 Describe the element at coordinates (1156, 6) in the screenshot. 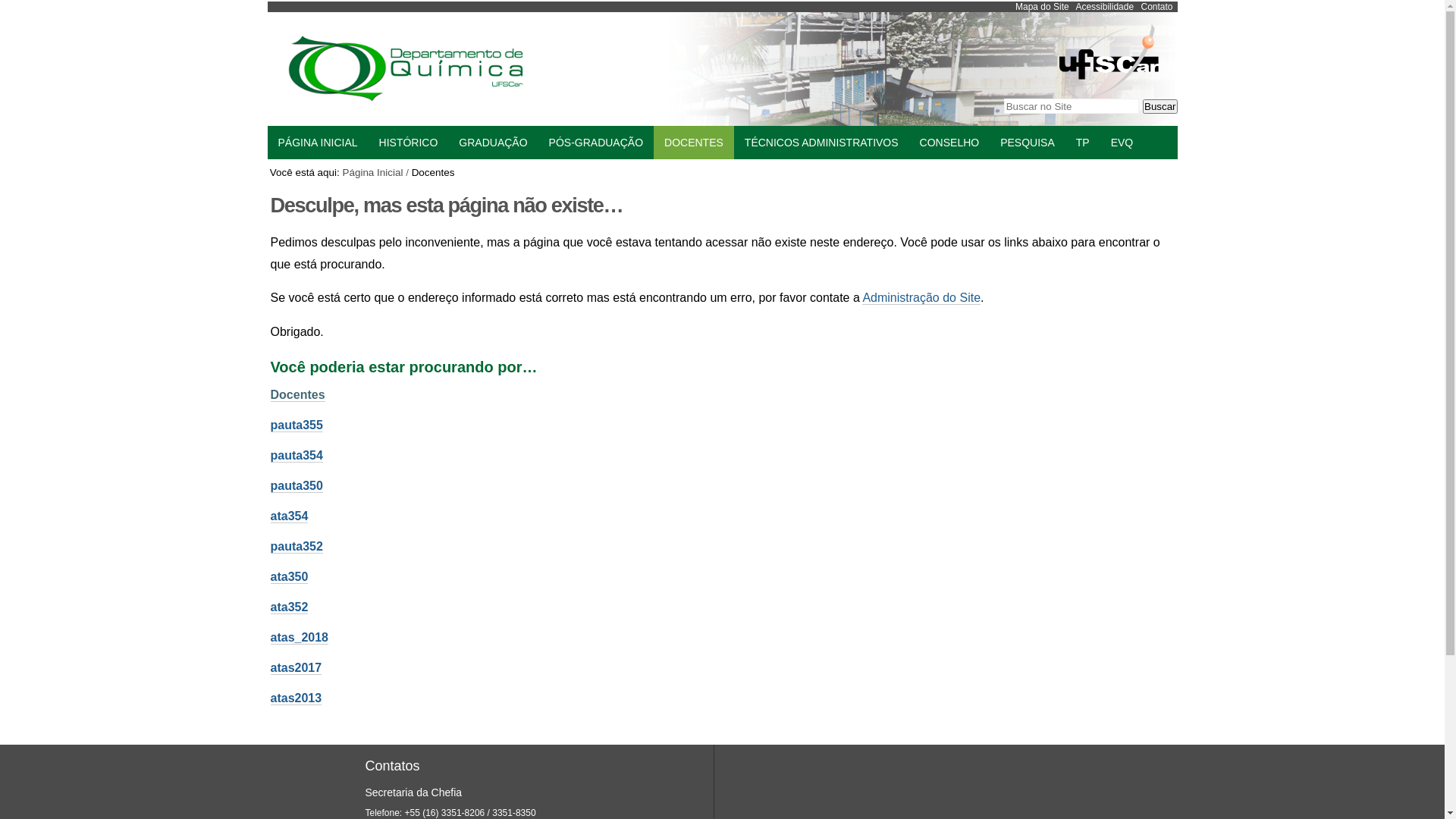

I see `'Contato'` at that location.